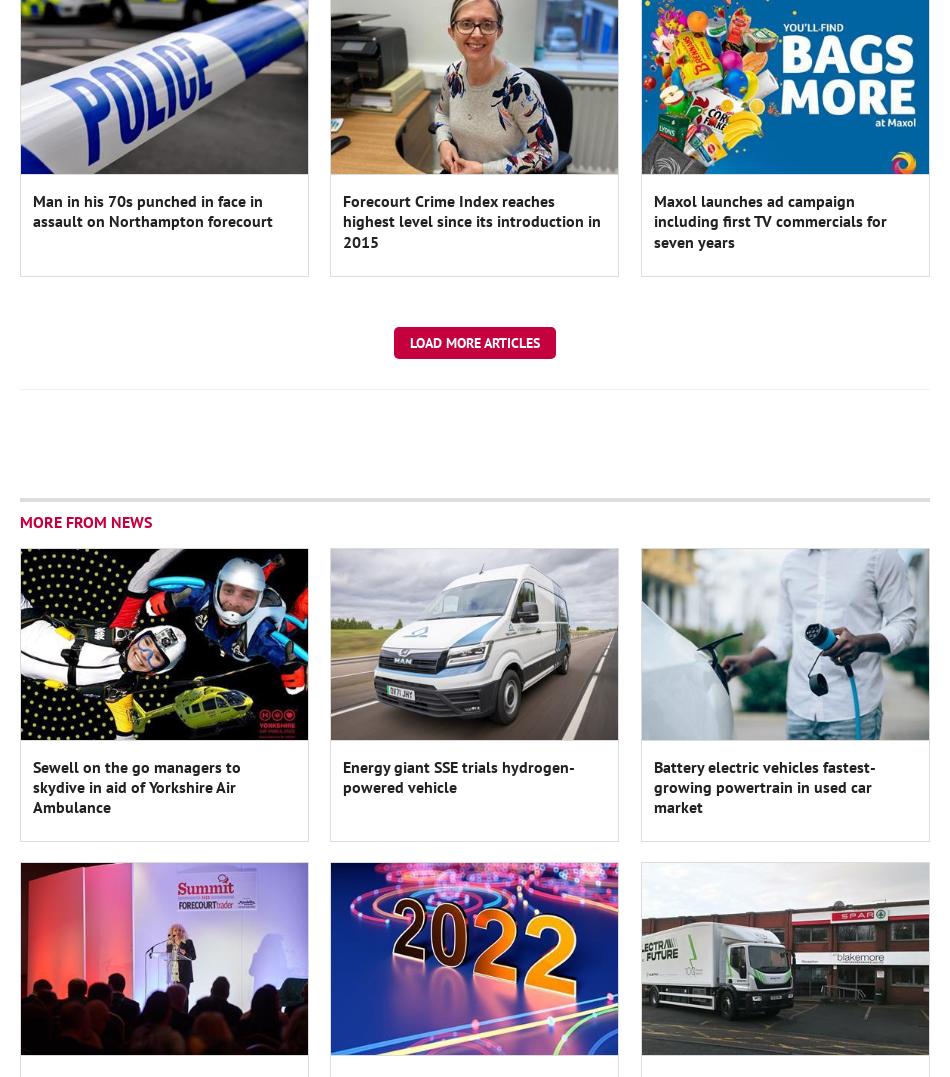 This screenshot has height=1077, width=950. I want to click on 'Police alert after spate of thefts of fuel cards from lorries', so click(460, 396).